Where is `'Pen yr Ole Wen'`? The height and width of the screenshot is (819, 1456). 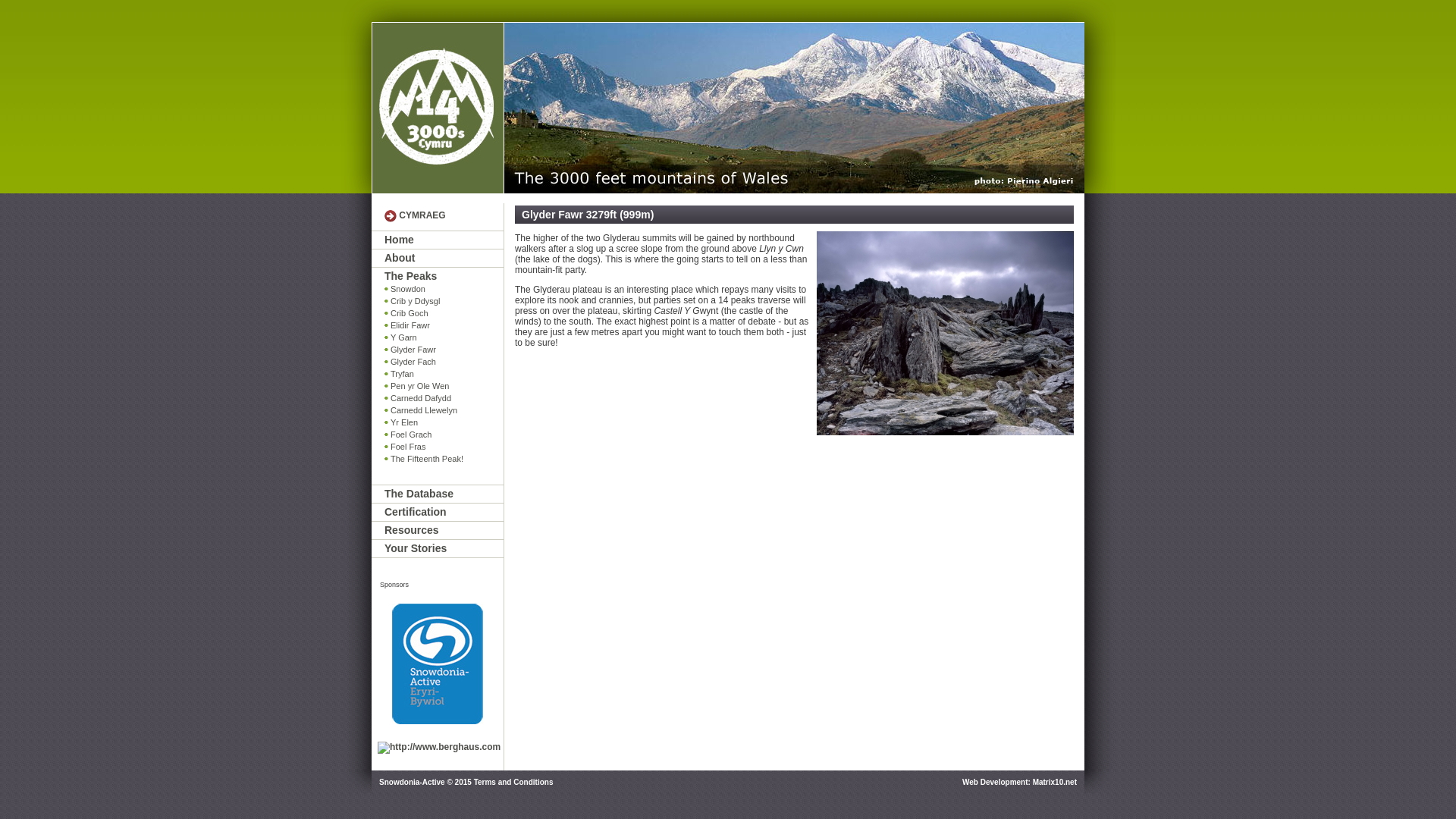
'Pen yr Ole Wen' is located at coordinates (443, 385).